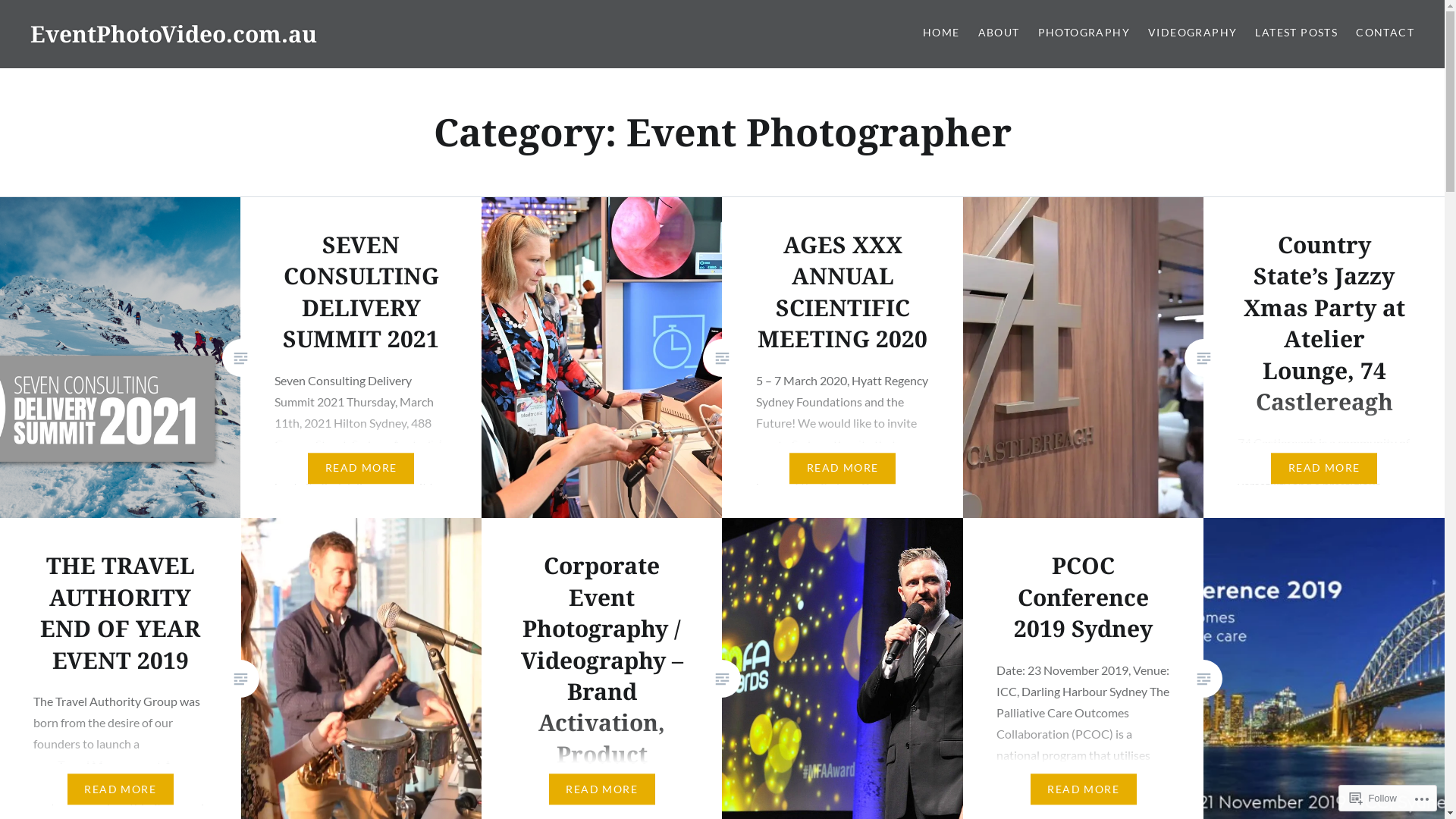 The image size is (1456, 819). I want to click on 'PCOC Conference 2019 Sydney', so click(1082, 596).